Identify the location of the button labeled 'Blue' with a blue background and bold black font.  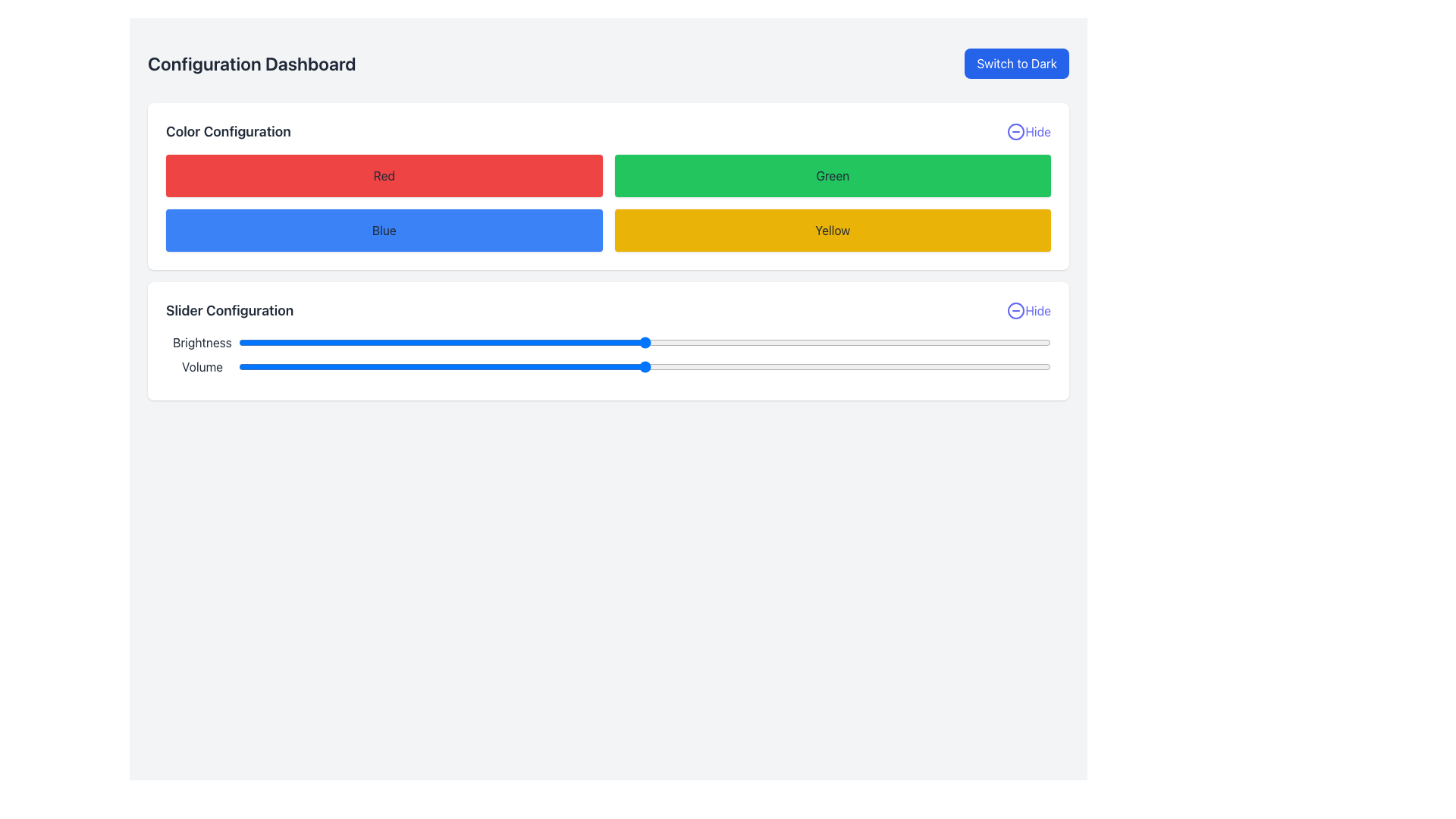
(384, 231).